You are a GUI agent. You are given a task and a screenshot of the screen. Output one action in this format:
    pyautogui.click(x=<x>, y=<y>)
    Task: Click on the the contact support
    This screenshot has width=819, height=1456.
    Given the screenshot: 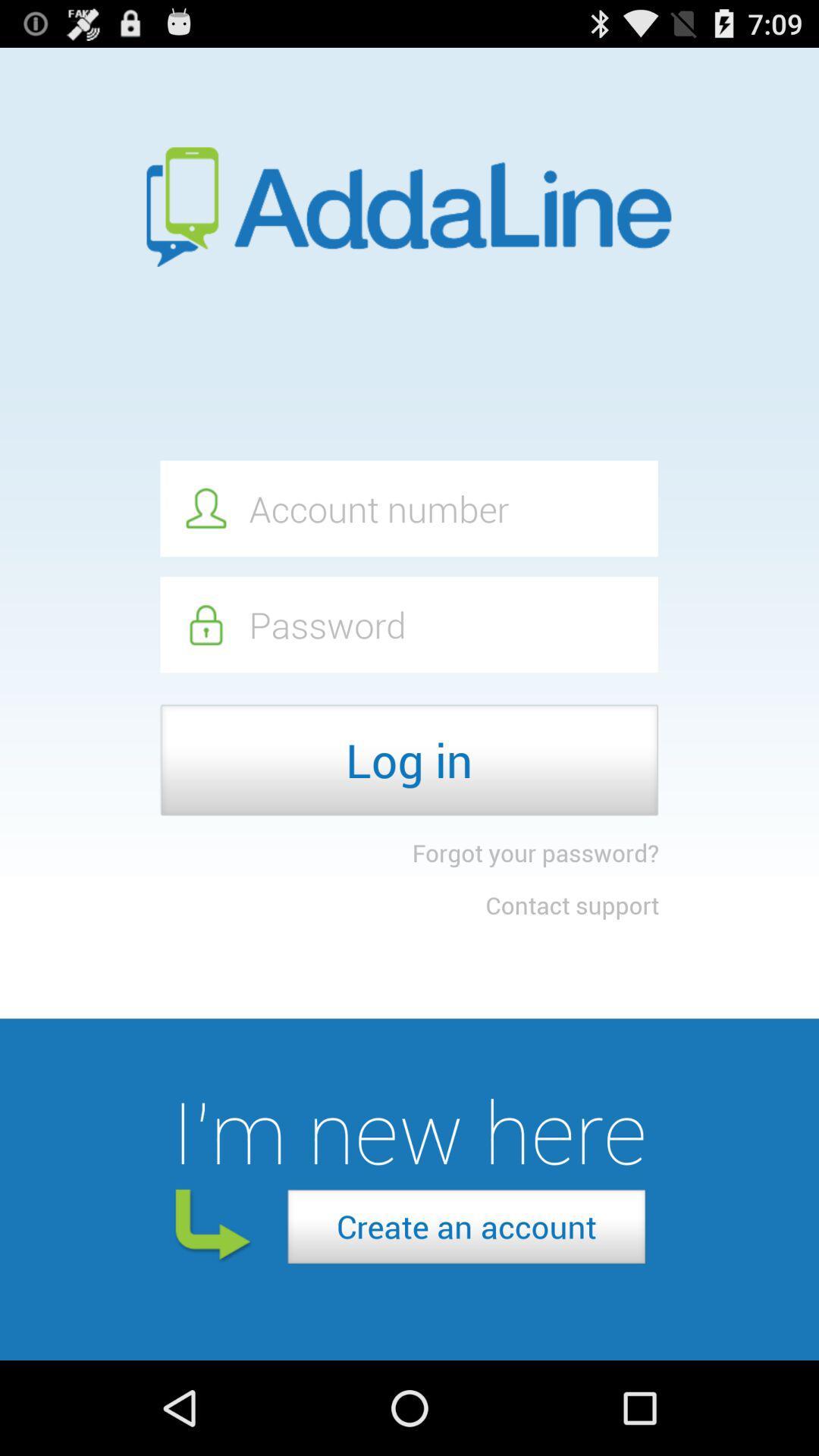 What is the action you would take?
    pyautogui.click(x=572, y=905)
    